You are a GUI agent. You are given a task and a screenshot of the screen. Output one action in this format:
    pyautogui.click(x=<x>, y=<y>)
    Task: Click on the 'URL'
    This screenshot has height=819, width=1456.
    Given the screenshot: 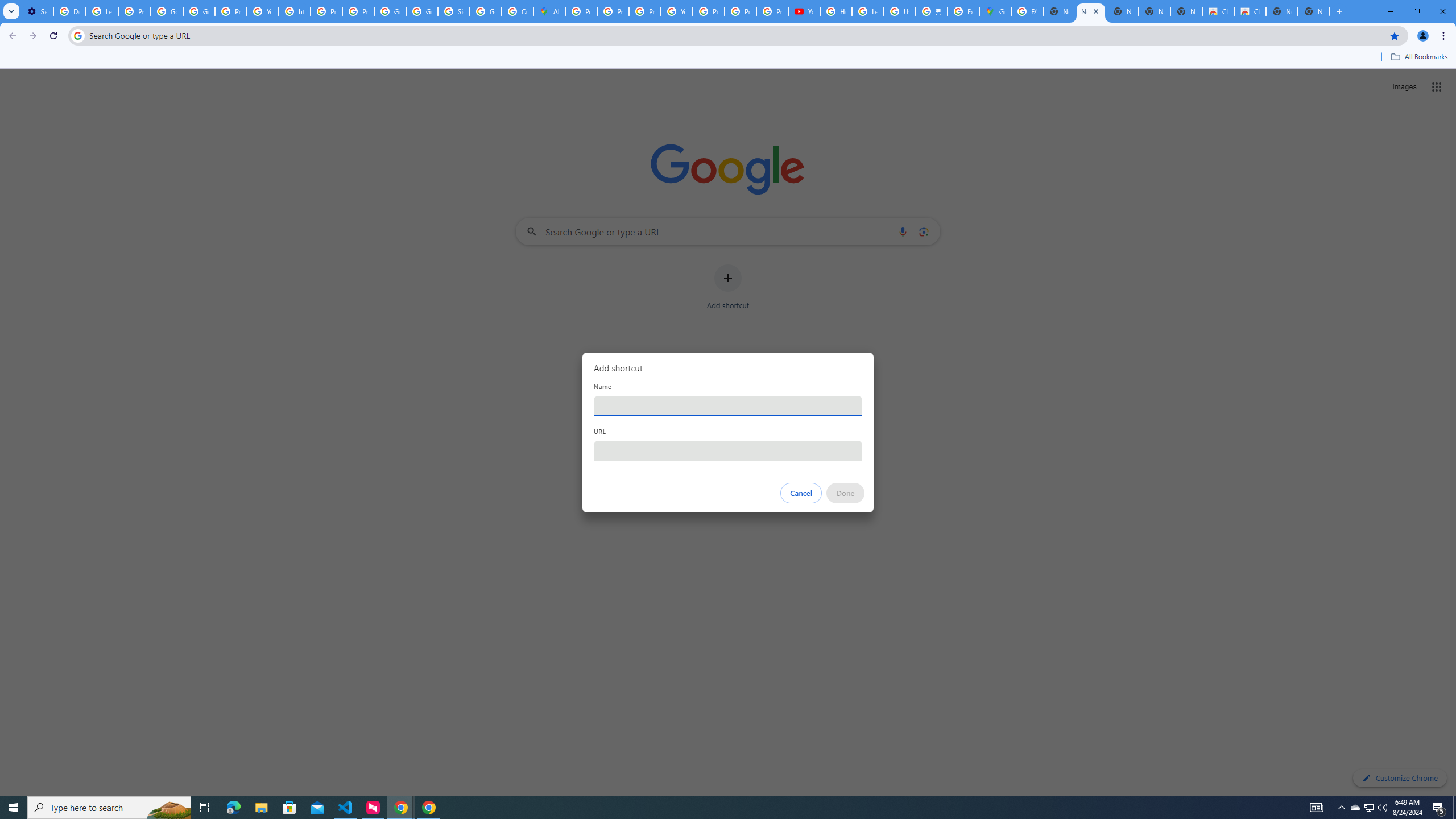 What is the action you would take?
    pyautogui.click(x=728, y=450)
    